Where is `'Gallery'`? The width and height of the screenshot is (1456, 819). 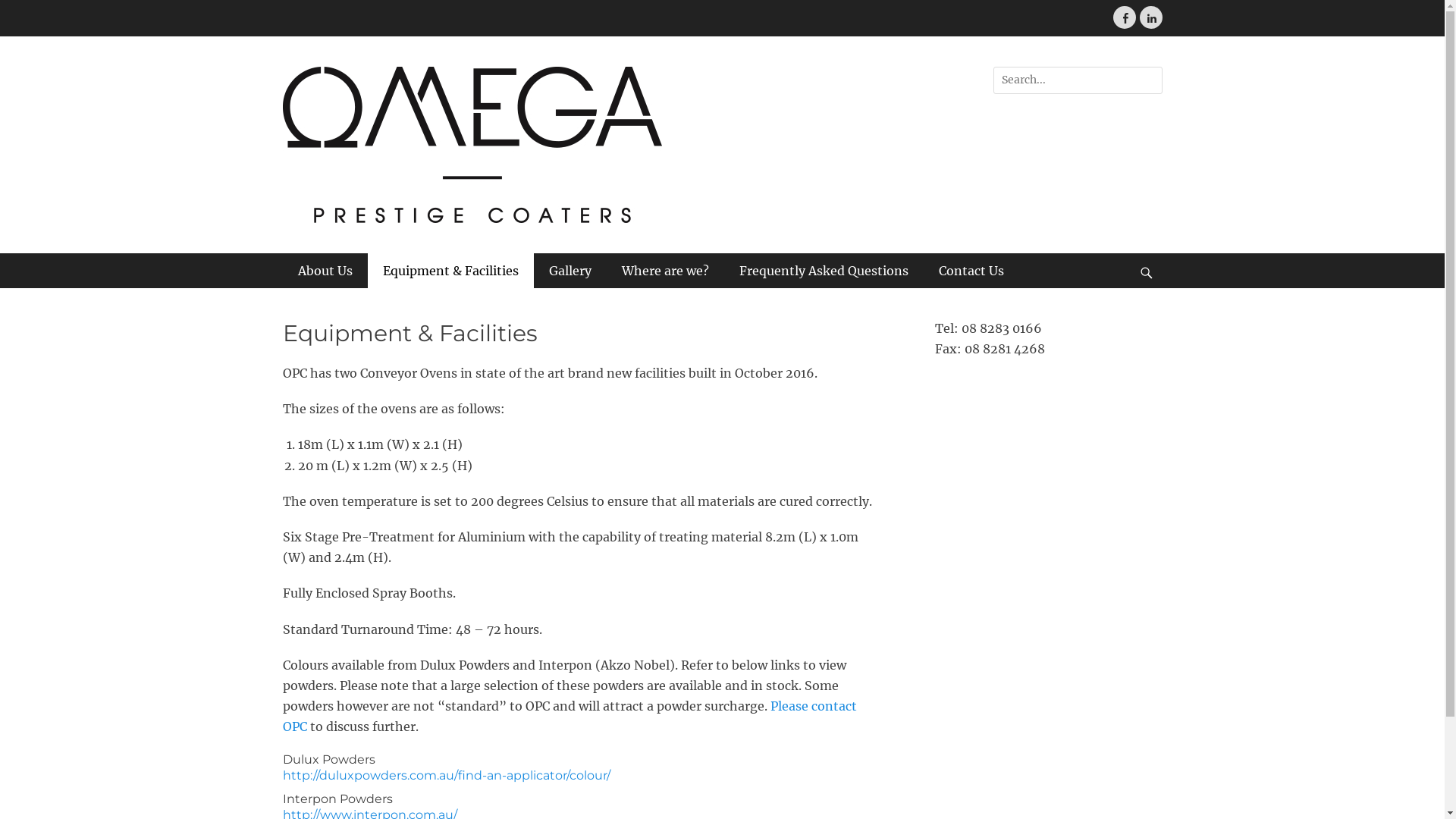
'Gallery' is located at coordinates (570, 270).